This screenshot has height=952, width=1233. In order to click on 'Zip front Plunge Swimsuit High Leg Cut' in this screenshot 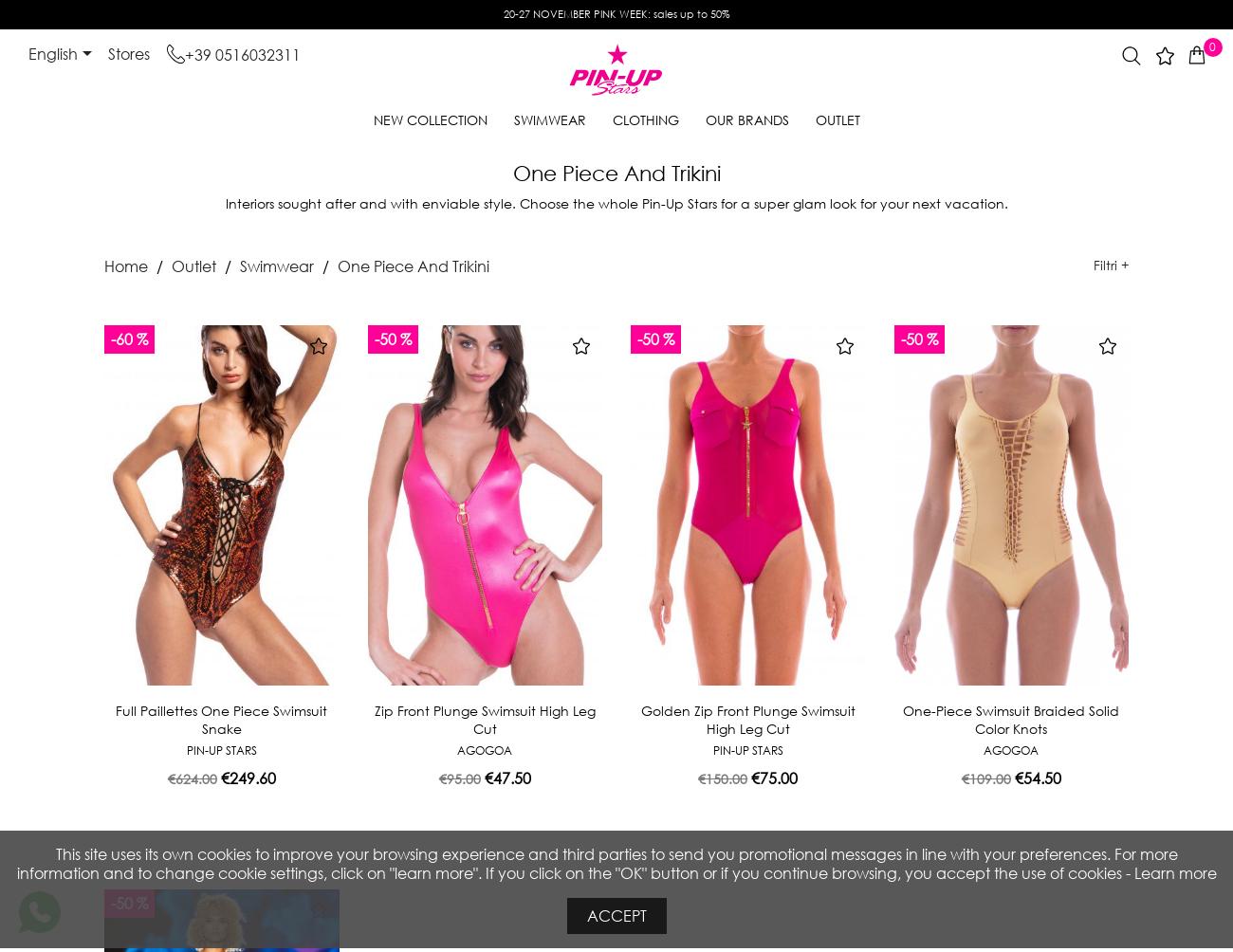, I will do `click(374, 719)`.